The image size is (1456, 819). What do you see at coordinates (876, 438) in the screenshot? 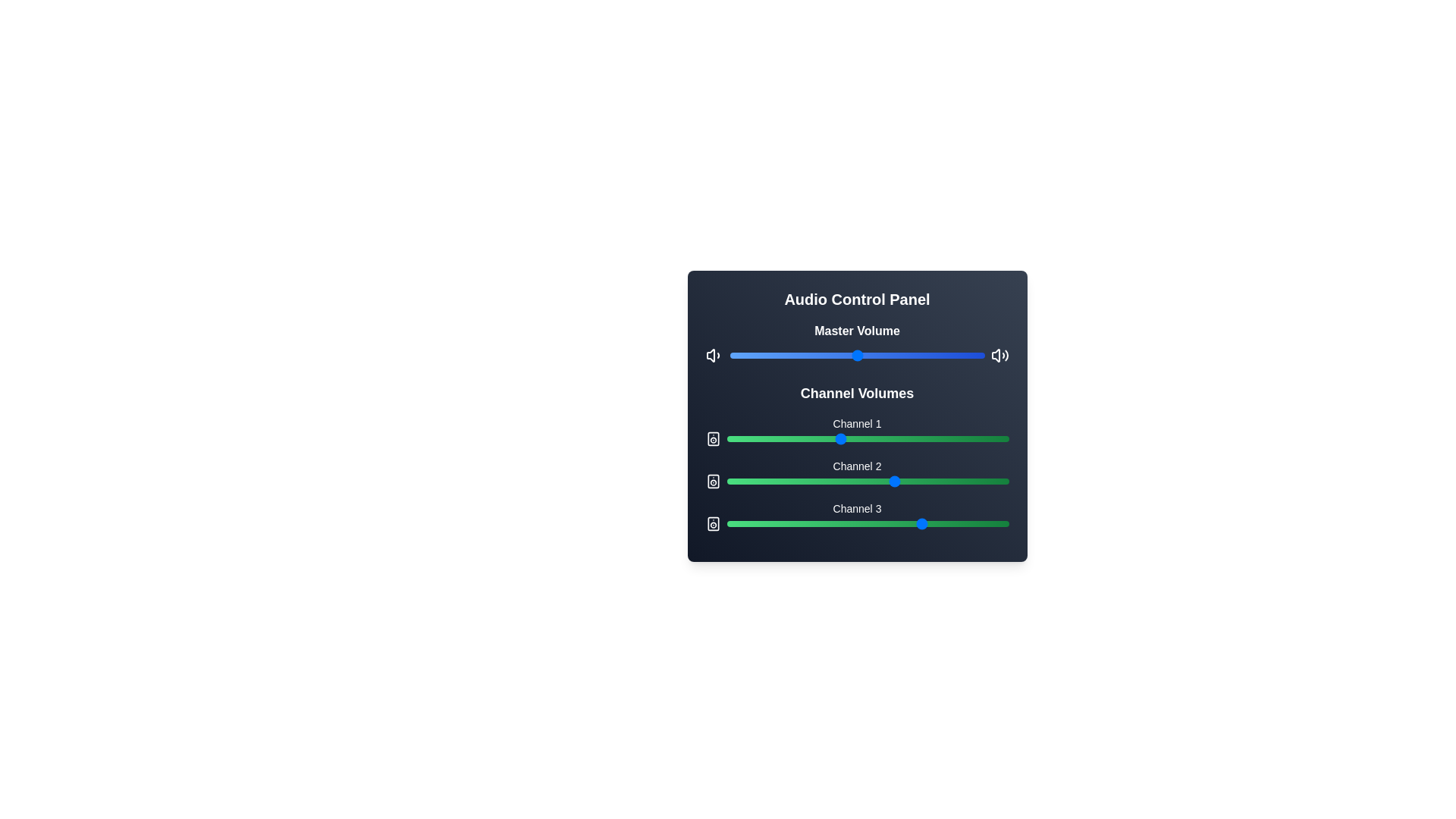
I see `the slider value` at bounding box center [876, 438].